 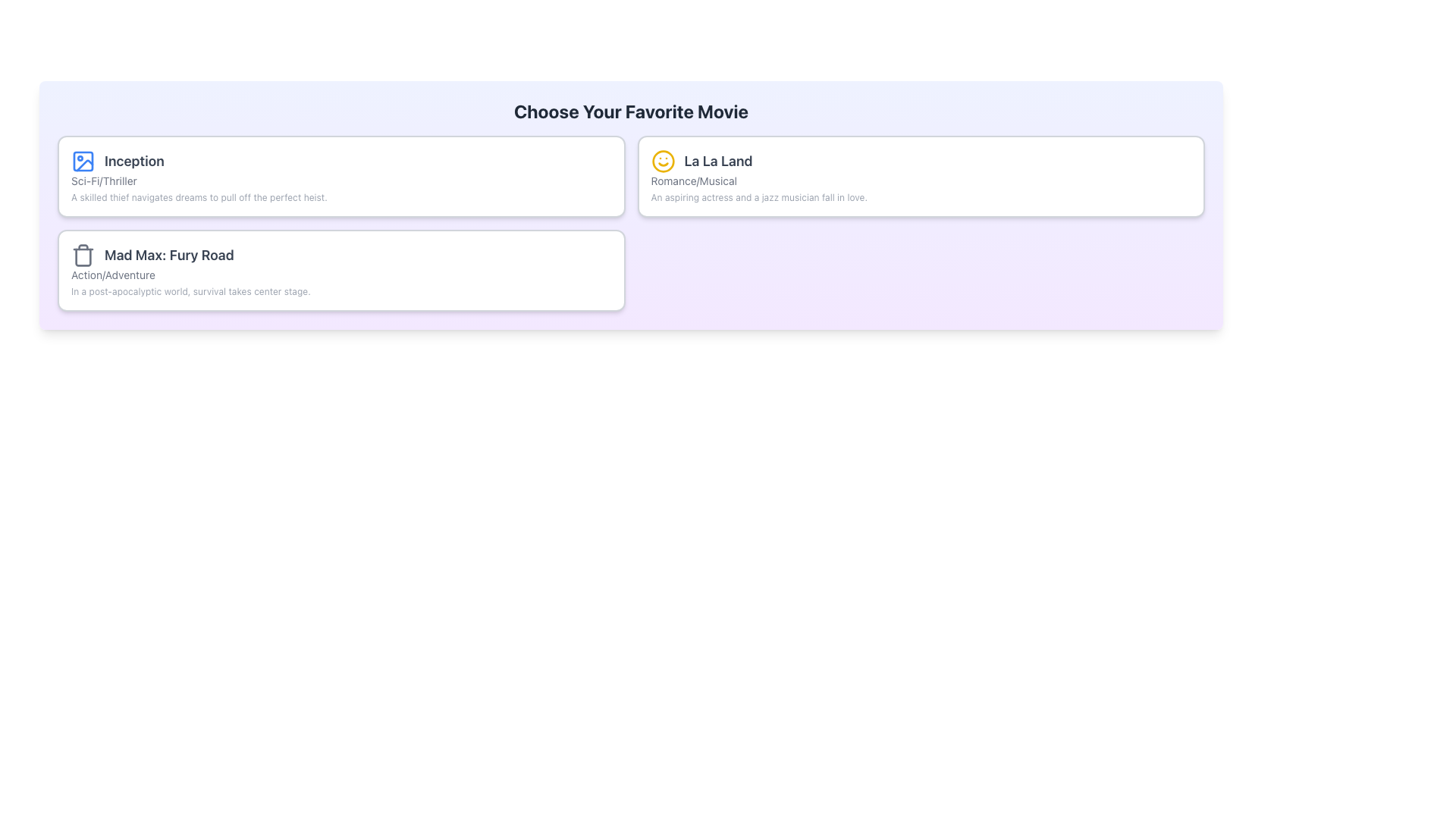 I want to click on the icon component representing the placeholder for image content of the 'Inception' movie thumbnail, located in the top-left corner above the title and description, so click(x=83, y=161).